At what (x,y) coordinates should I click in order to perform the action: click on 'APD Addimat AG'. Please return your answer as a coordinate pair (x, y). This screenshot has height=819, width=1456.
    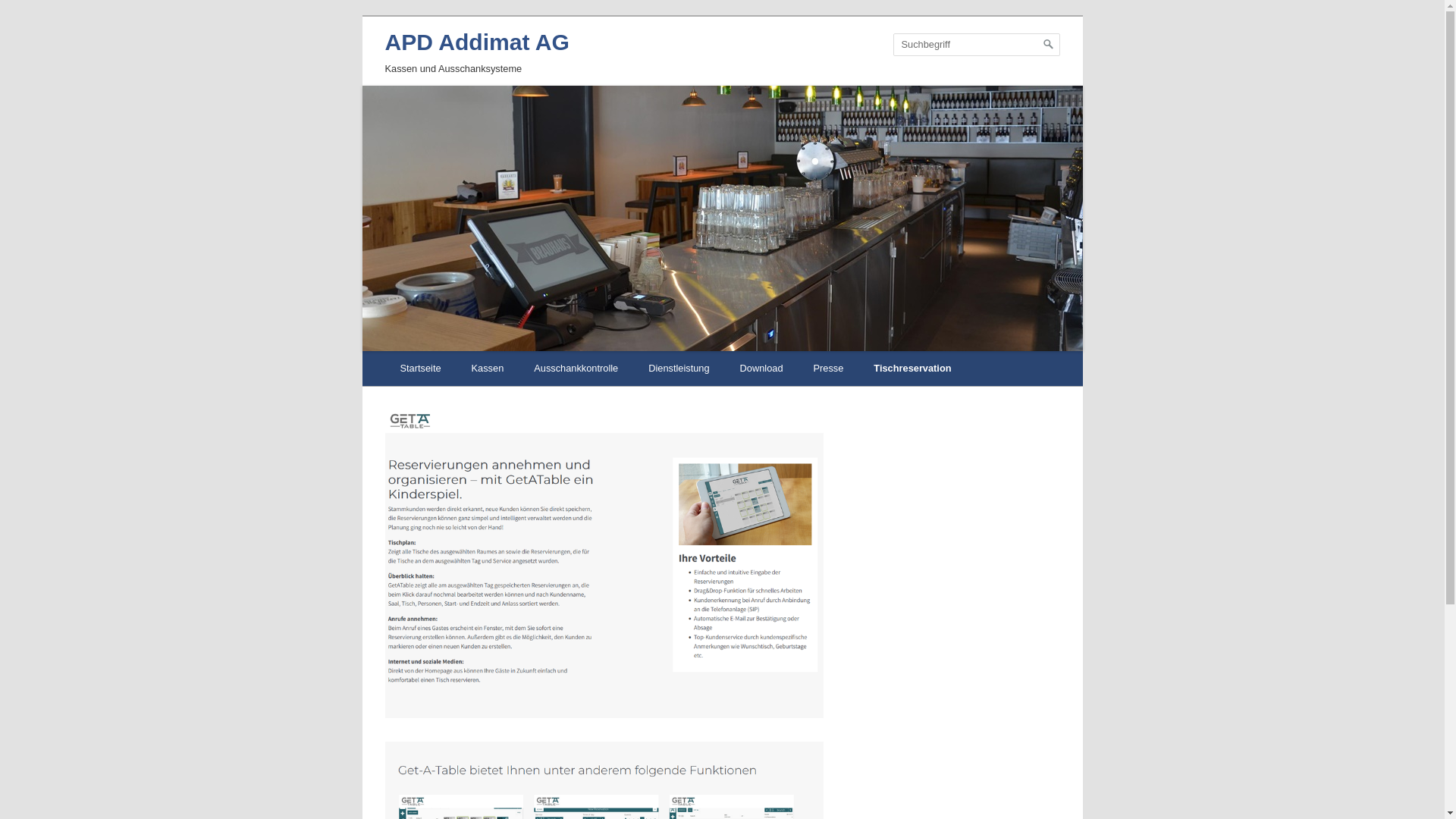
    Looking at the image, I should click on (476, 41).